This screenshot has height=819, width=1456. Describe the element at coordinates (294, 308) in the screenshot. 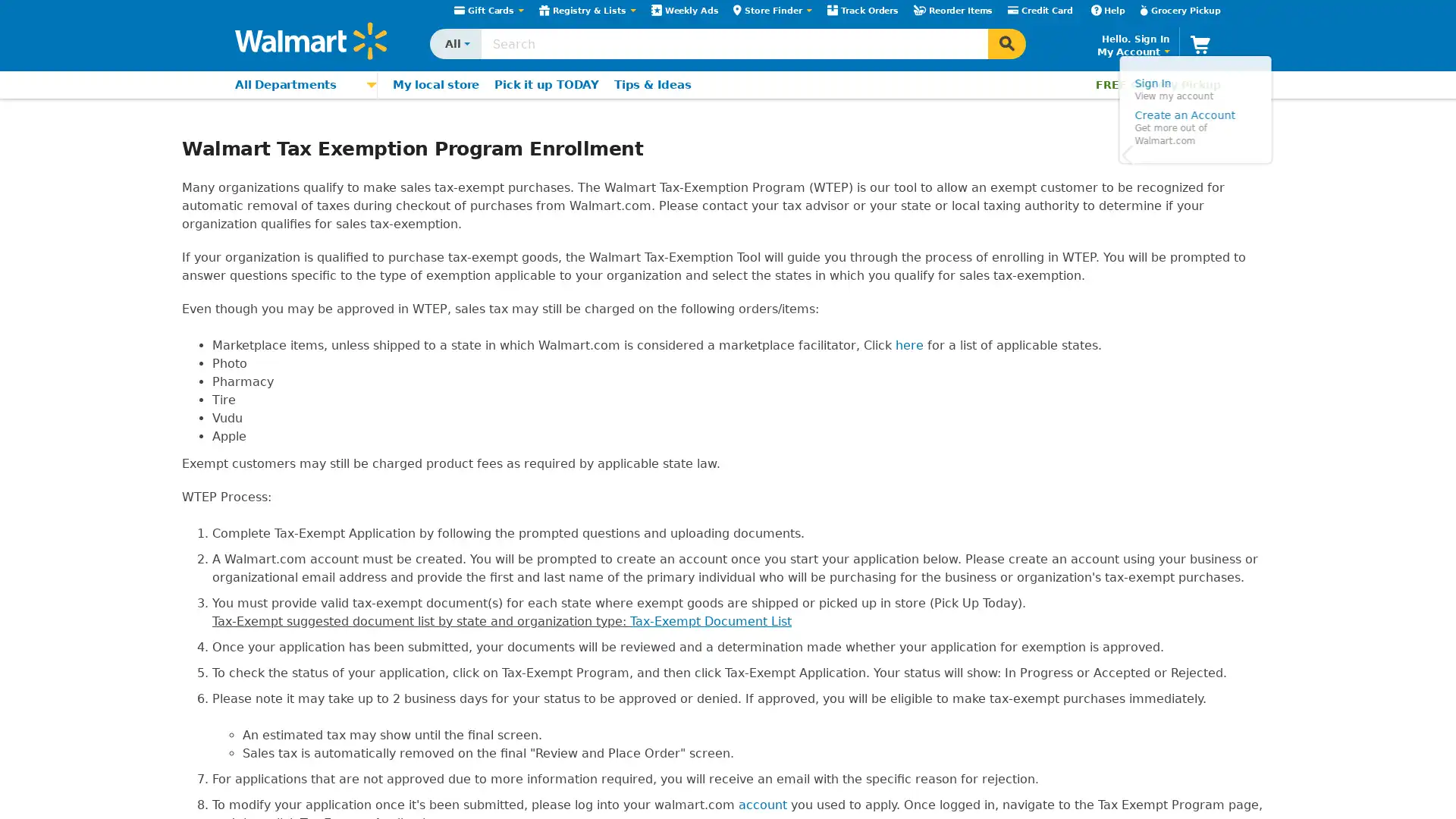

I see `Food, Household & Pets` at that location.